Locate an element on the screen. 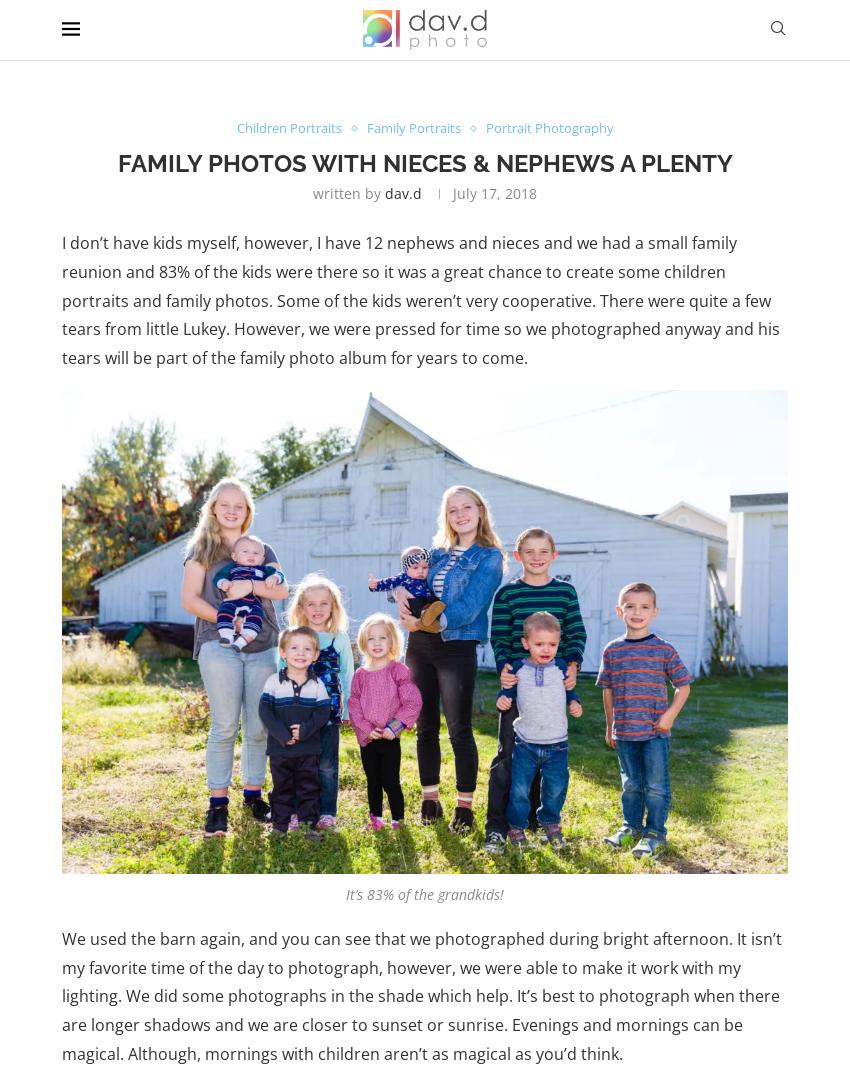  'Children Portraits' is located at coordinates (287, 126).